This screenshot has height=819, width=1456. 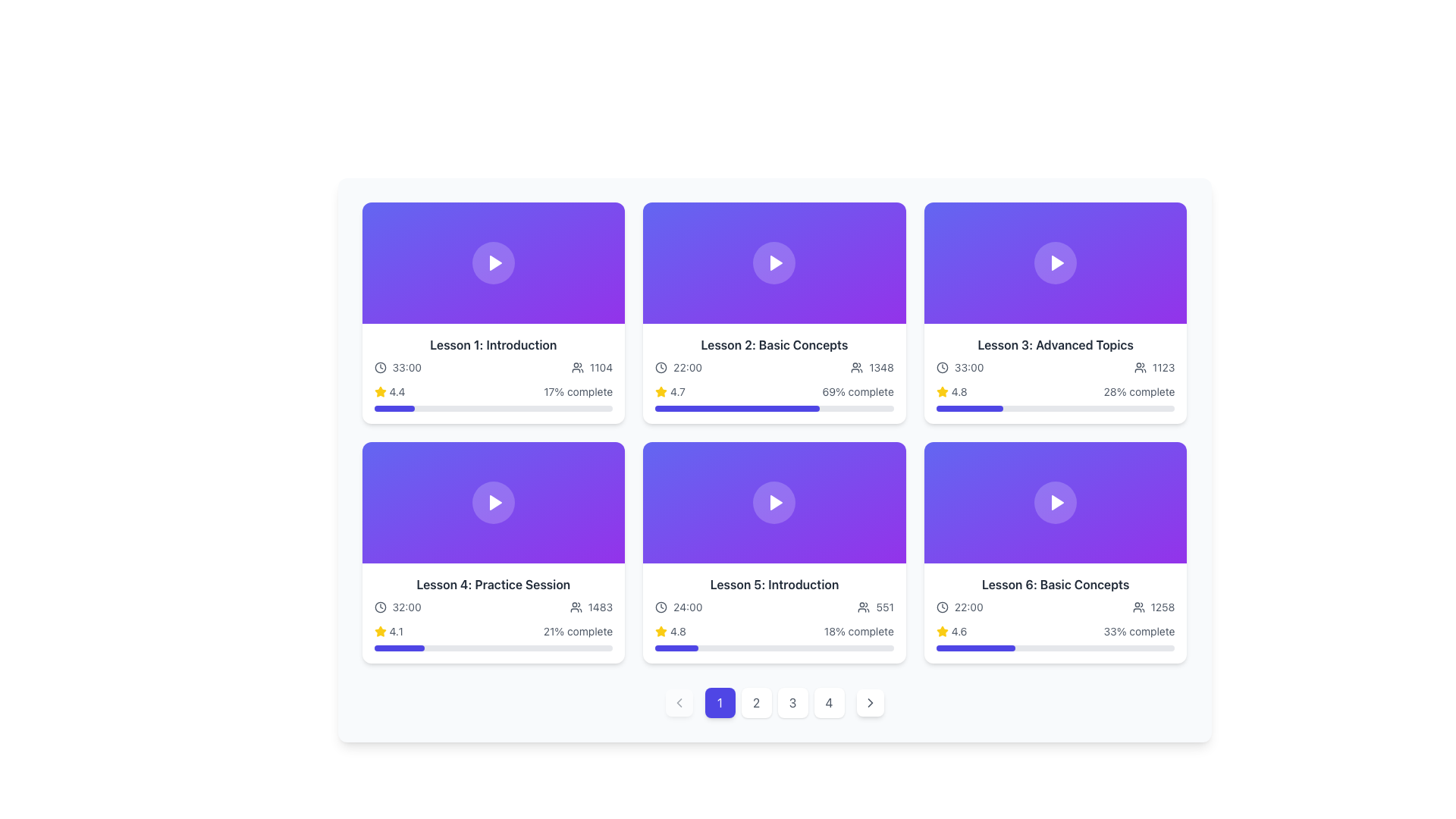 What do you see at coordinates (493, 503) in the screenshot?
I see `the Multimedia content button area located at the center of the upper portion of the card for 'Lesson 4: Practice Session' to play the associated video or multimedia content` at bounding box center [493, 503].